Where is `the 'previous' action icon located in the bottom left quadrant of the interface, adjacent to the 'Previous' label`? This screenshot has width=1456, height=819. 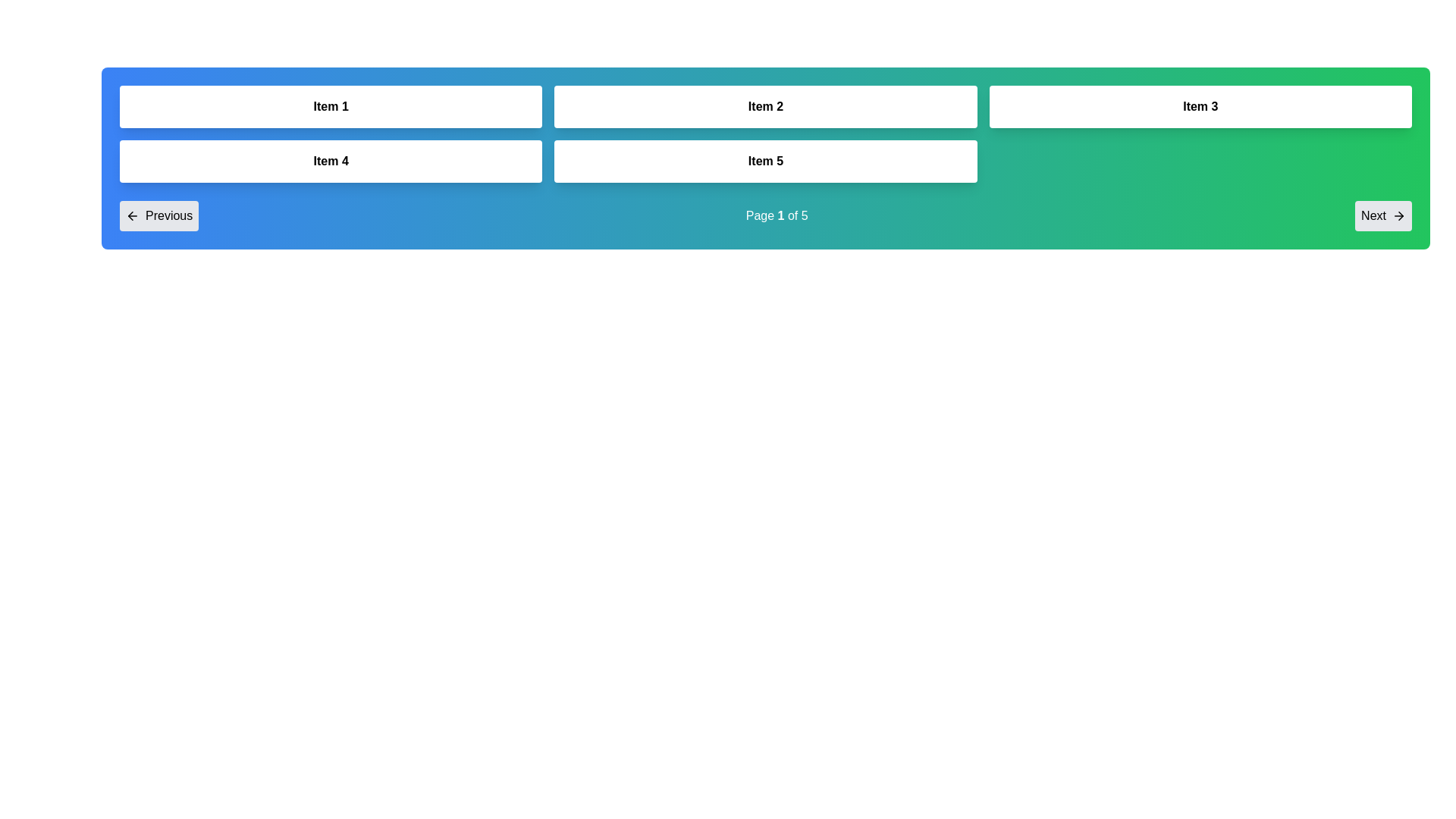
the 'previous' action icon located in the bottom left quadrant of the interface, adjacent to the 'Previous' label is located at coordinates (130, 216).